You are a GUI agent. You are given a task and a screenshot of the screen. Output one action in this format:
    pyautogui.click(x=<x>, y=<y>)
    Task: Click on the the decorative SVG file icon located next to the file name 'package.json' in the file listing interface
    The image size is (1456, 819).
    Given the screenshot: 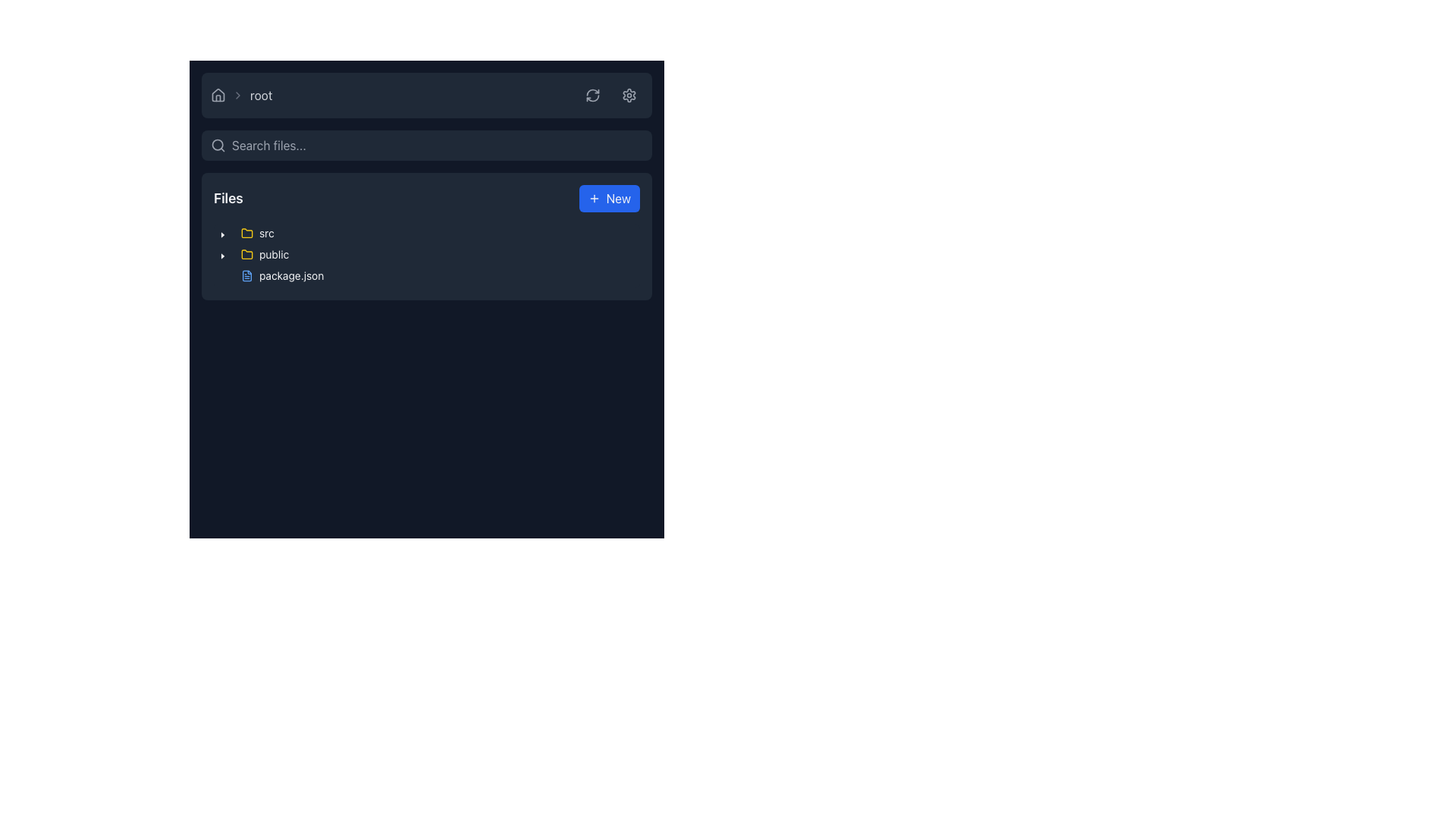 What is the action you would take?
    pyautogui.click(x=247, y=275)
    